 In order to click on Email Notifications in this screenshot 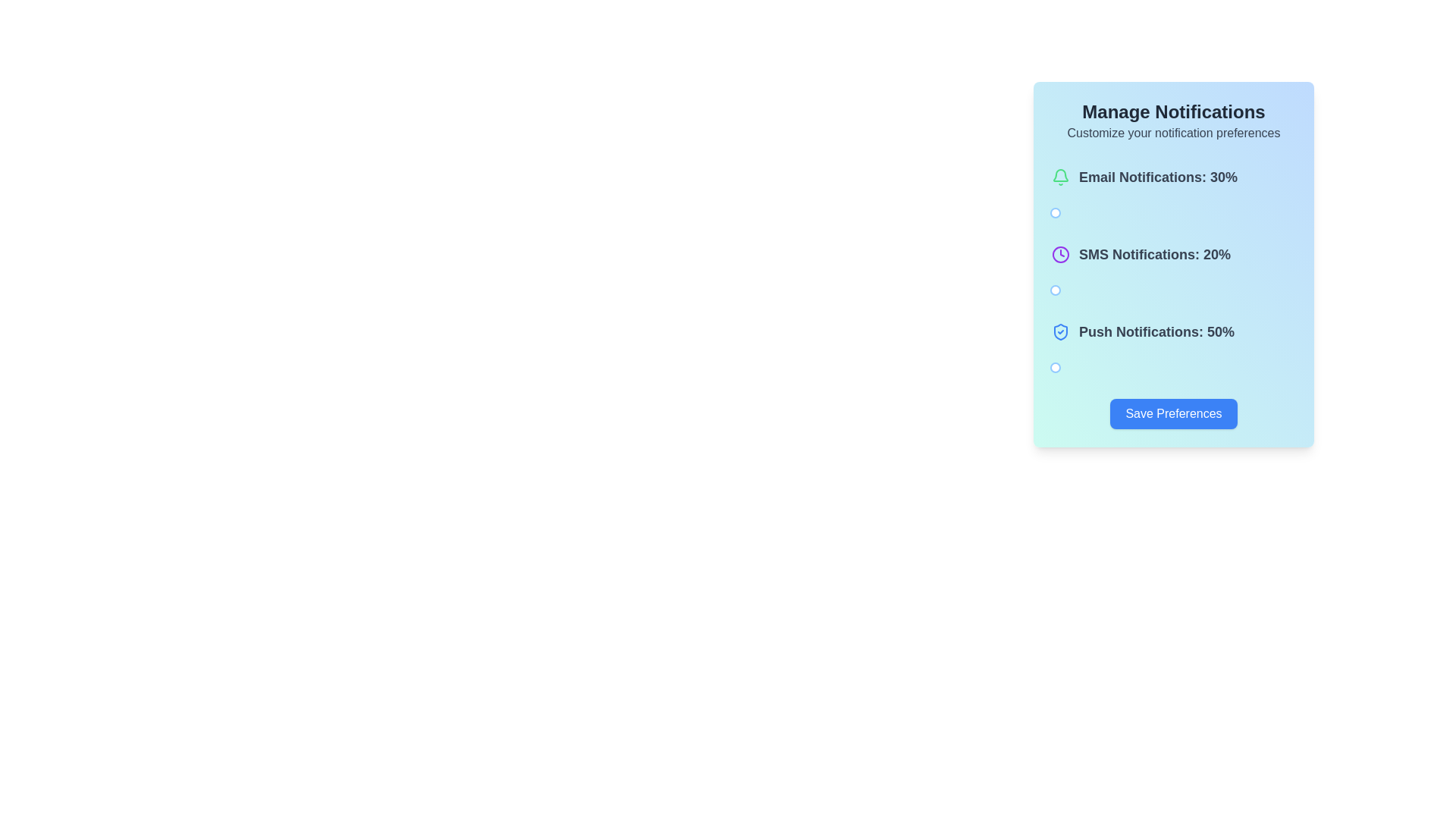, I will do `click(1070, 213)`.